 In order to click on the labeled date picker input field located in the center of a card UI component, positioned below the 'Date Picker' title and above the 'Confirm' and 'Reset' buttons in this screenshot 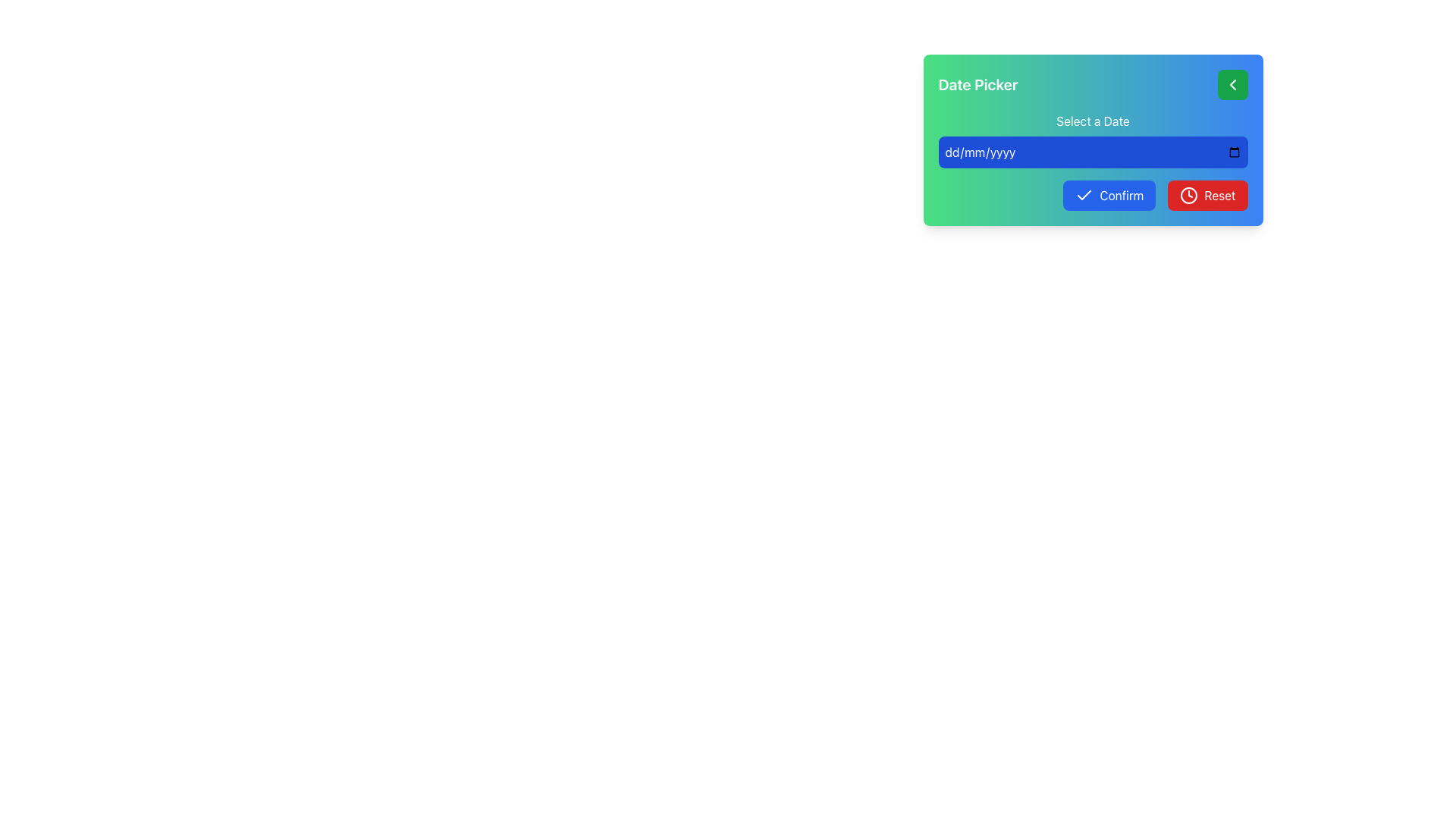, I will do `click(1093, 140)`.